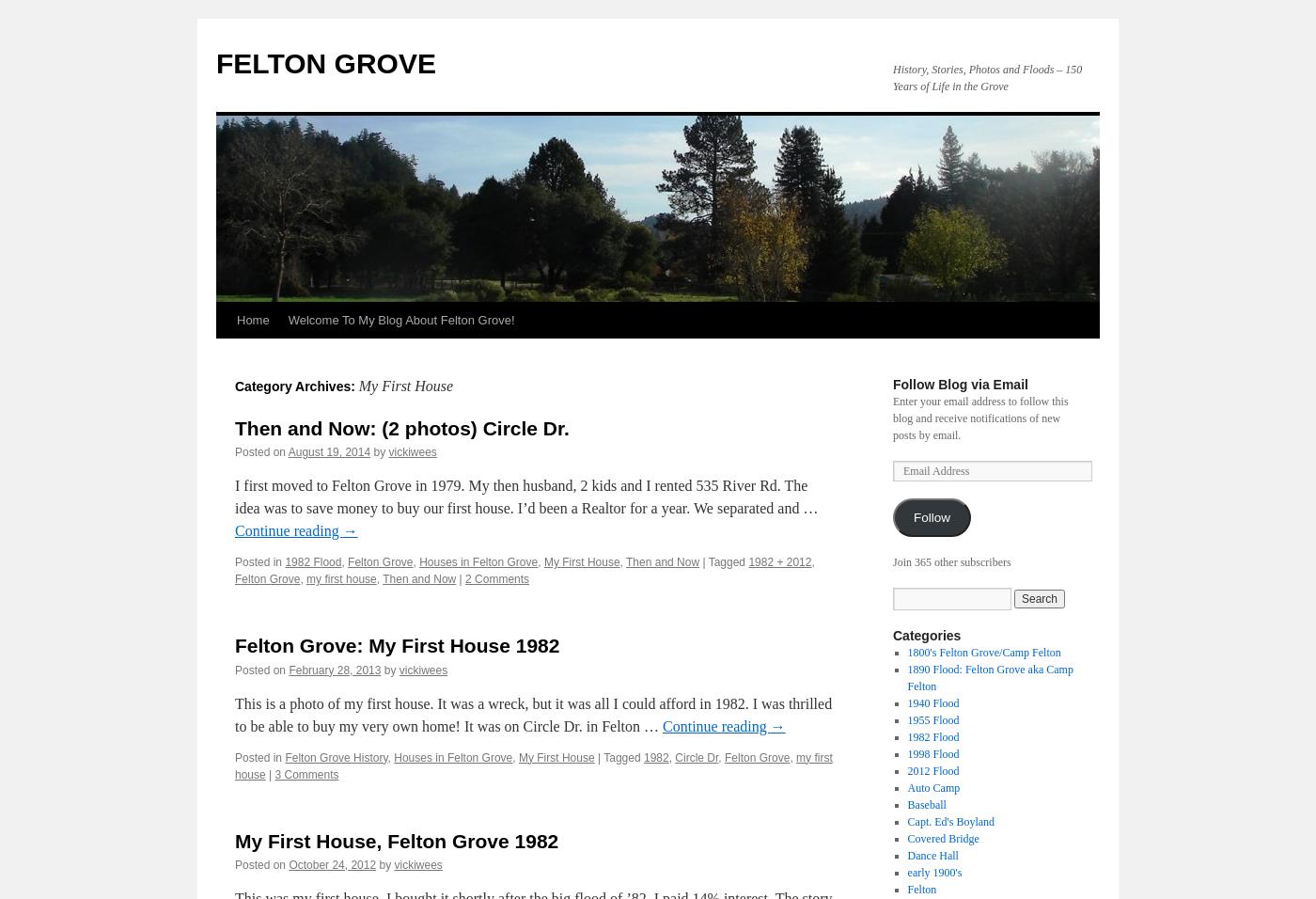 The width and height of the screenshot is (1316, 899). I want to click on '1982 + 2012', so click(748, 560).